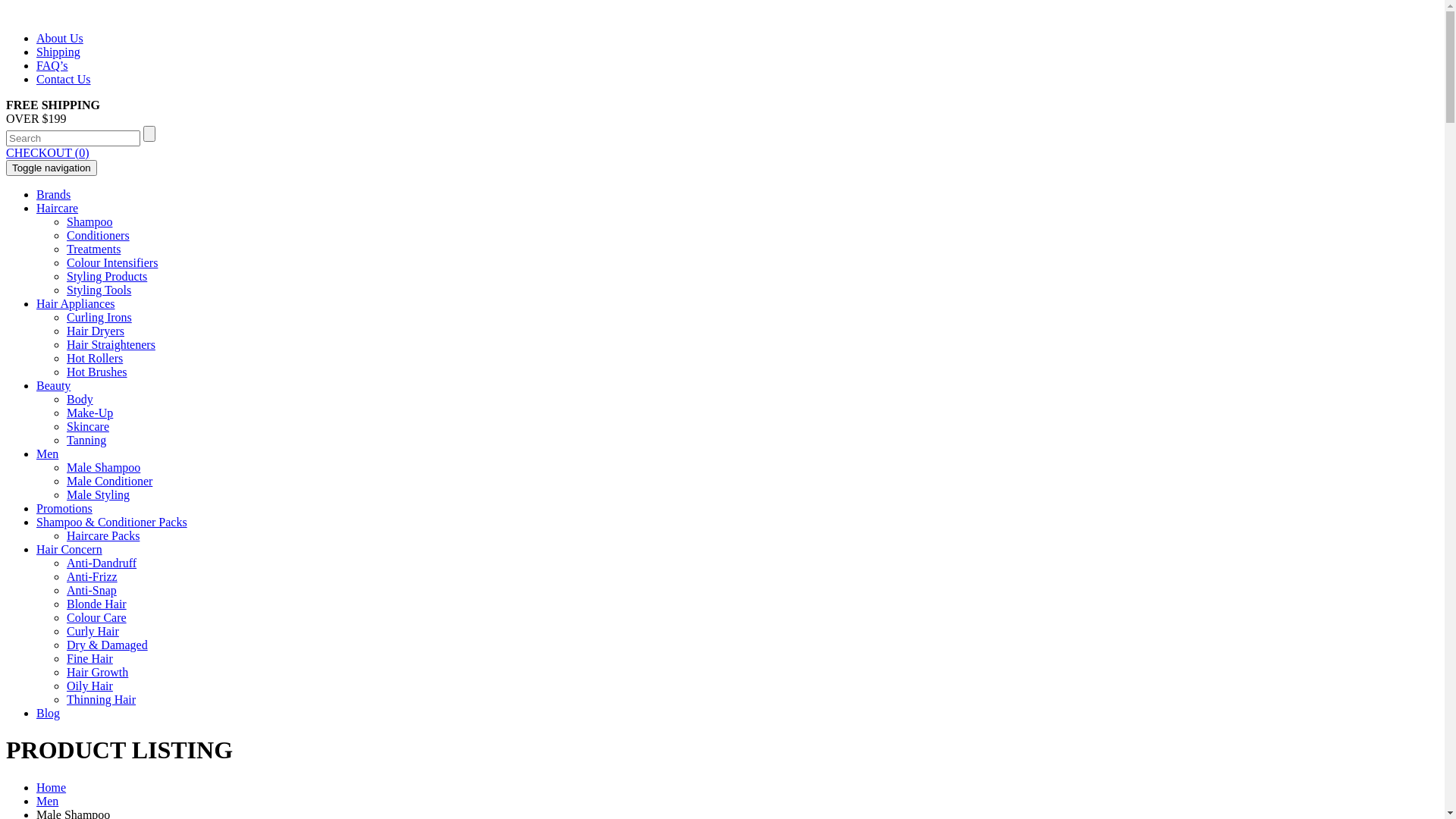  What do you see at coordinates (101, 563) in the screenshot?
I see `'Anti-Dandruff'` at bounding box center [101, 563].